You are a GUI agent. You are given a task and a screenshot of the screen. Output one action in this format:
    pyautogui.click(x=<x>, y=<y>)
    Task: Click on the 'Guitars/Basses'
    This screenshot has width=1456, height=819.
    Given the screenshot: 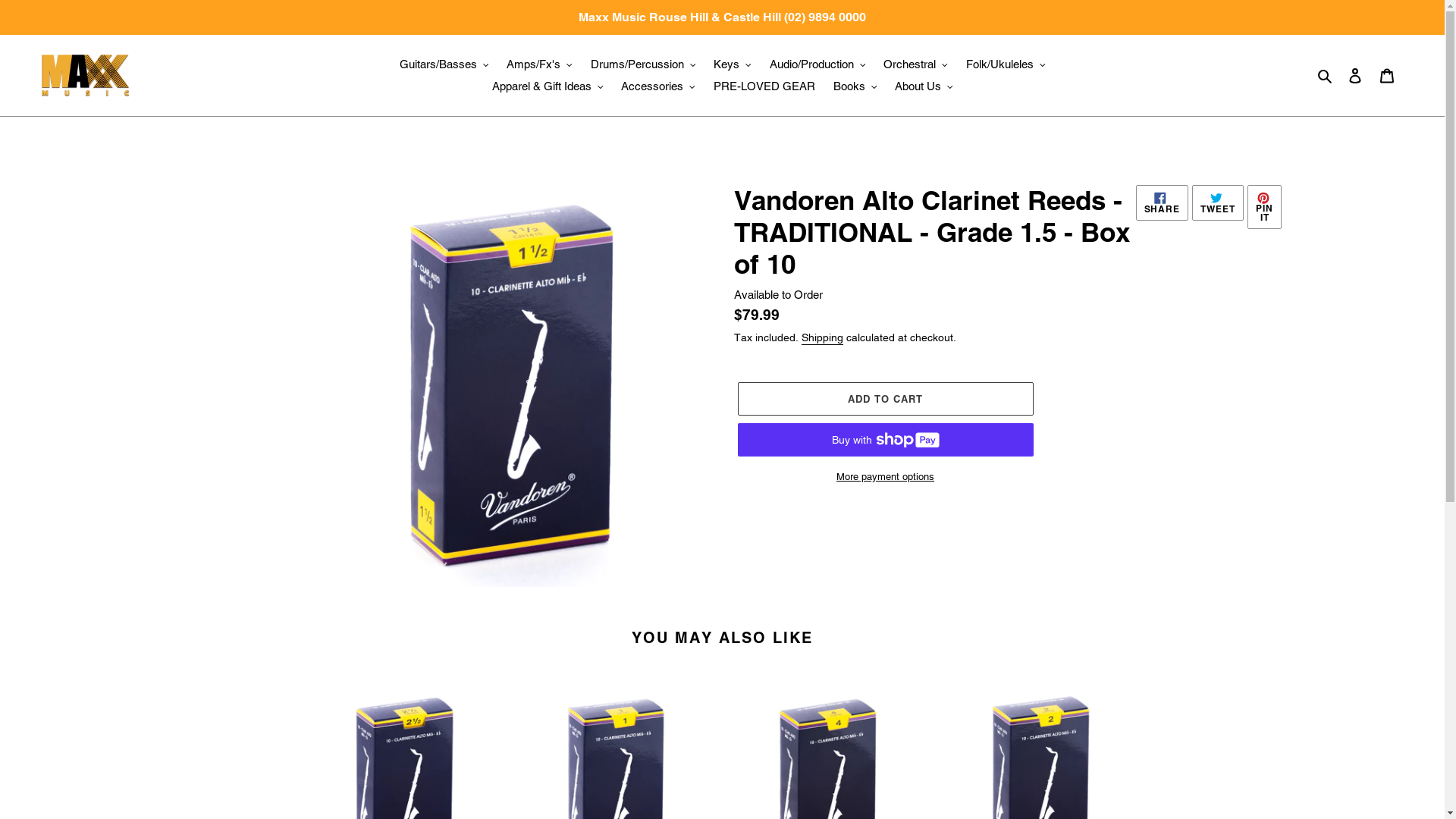 What is the action you would take?
    pyautogui.click(x=392, y=64)
    